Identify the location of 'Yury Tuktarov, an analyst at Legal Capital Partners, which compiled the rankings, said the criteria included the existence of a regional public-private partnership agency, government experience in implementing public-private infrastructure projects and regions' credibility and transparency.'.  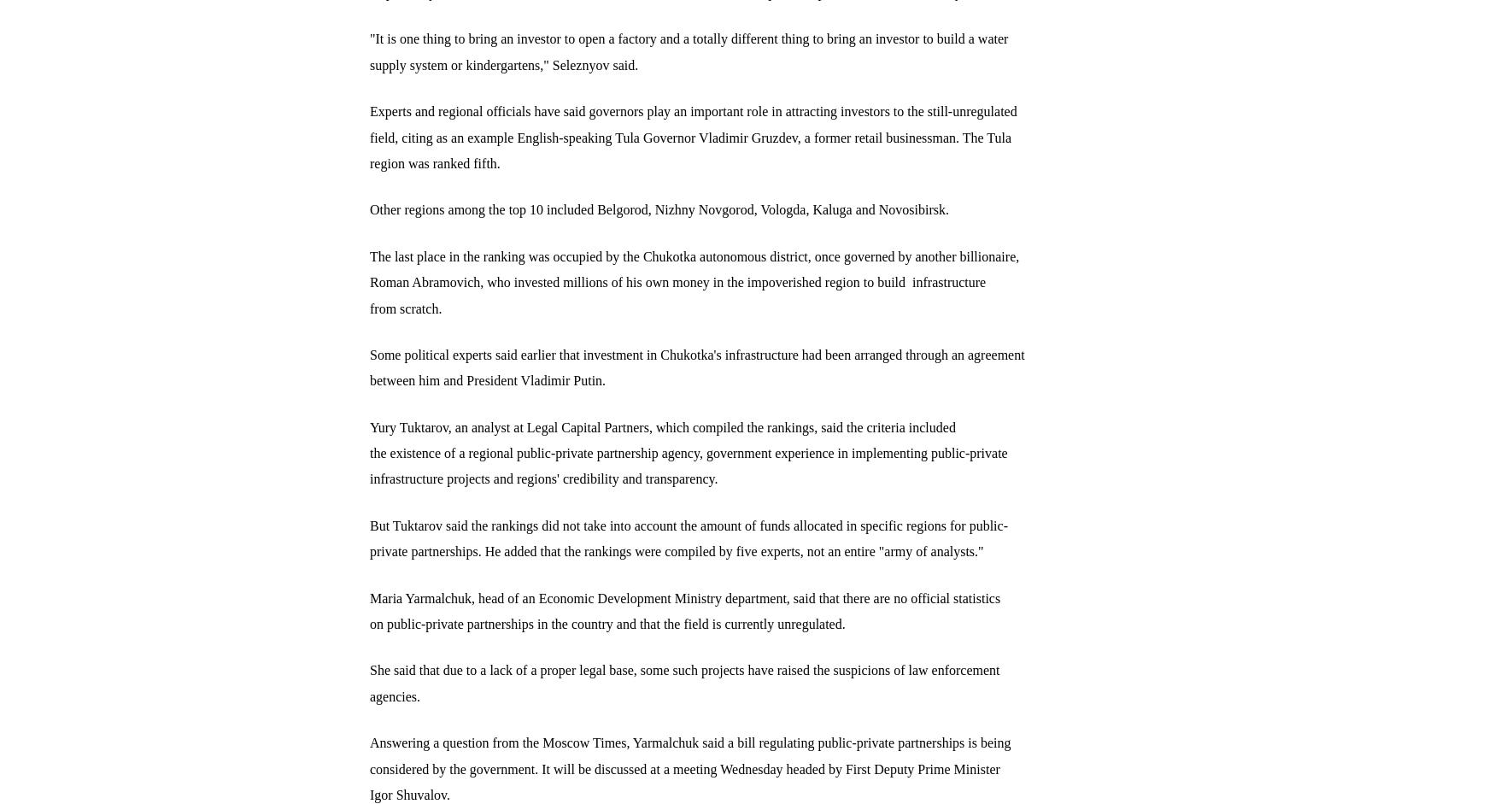
(368, 452).